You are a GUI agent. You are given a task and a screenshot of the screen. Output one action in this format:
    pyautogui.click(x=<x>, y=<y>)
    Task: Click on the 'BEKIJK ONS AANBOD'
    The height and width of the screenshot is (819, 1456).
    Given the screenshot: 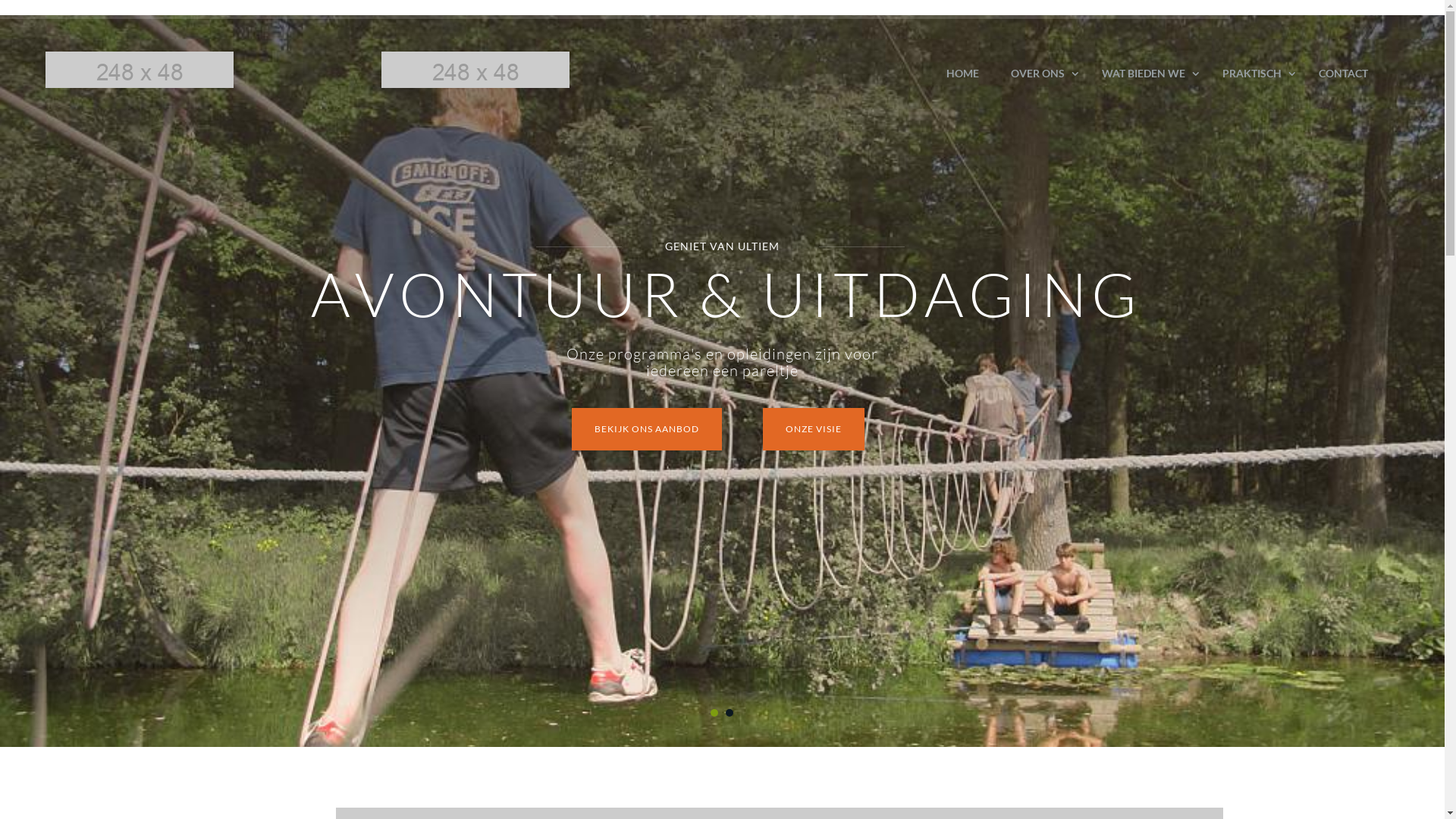 What is the action you would take?
    pyautogui.click(x=647, y=428)
    